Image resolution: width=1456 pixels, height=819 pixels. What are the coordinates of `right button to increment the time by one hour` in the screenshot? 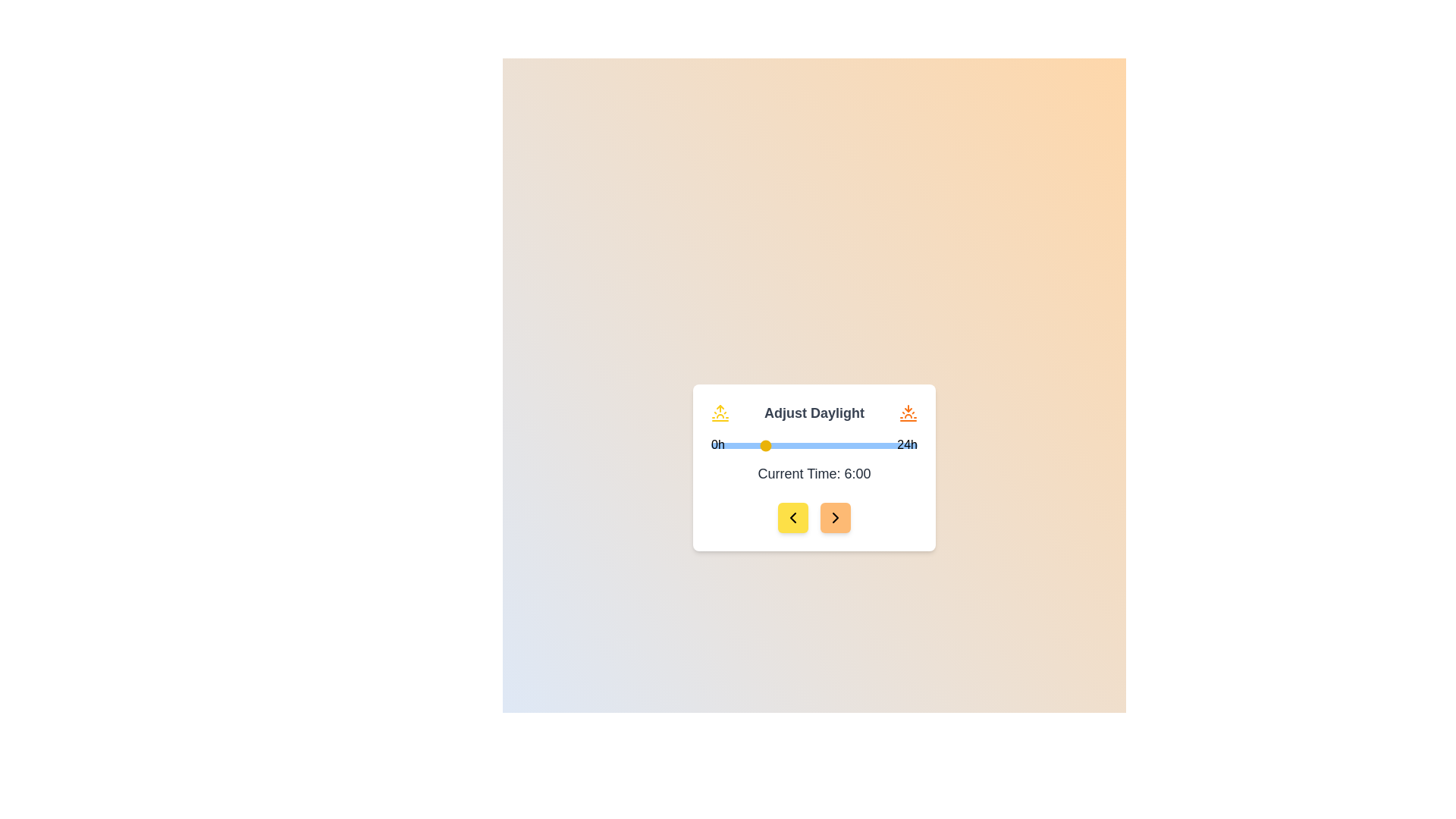 It's located at (835, 516).